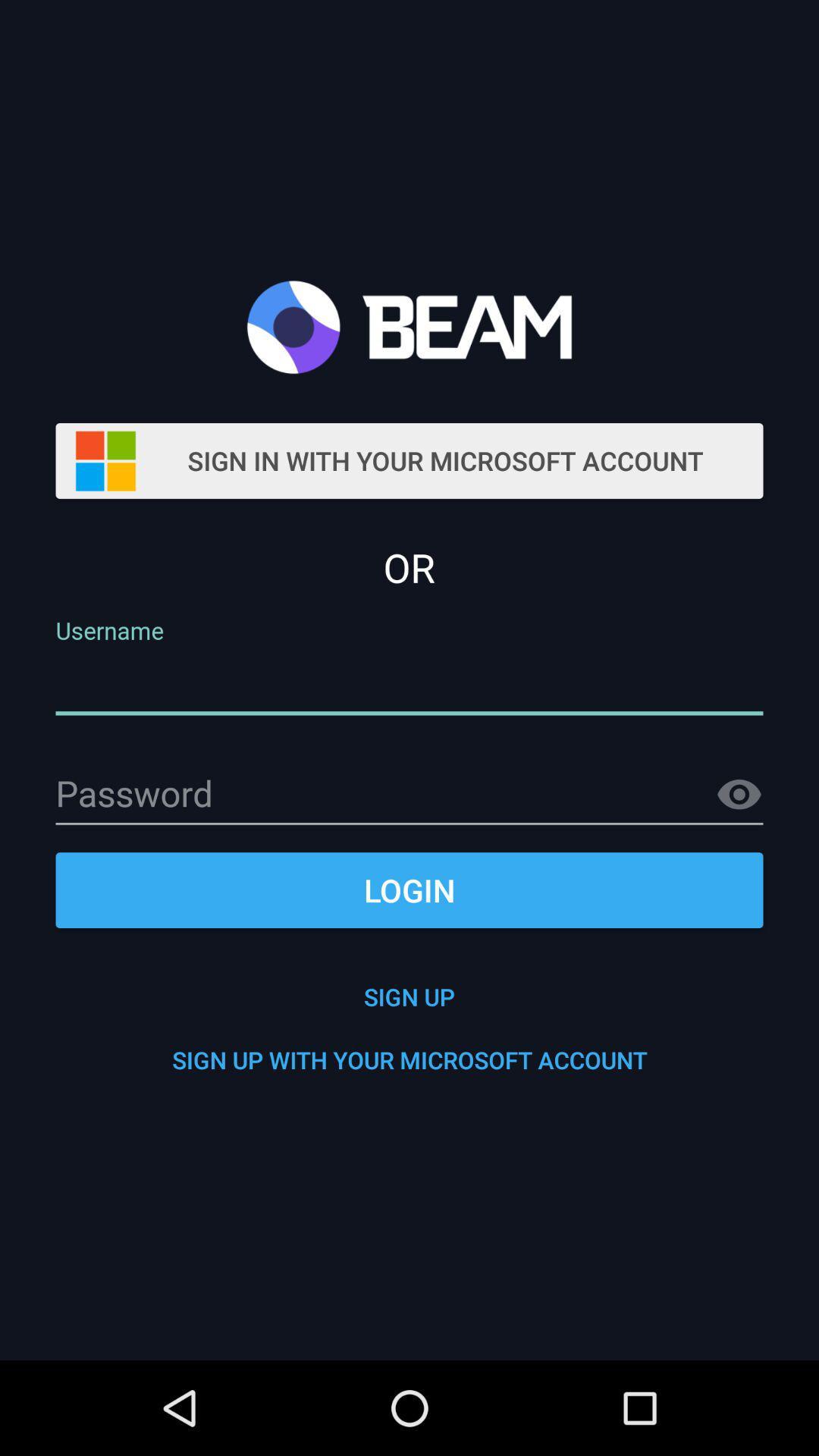  What do you see at coordinates (739, 794) in the screenshot?
I see `show` at bounding box center [739, 794].